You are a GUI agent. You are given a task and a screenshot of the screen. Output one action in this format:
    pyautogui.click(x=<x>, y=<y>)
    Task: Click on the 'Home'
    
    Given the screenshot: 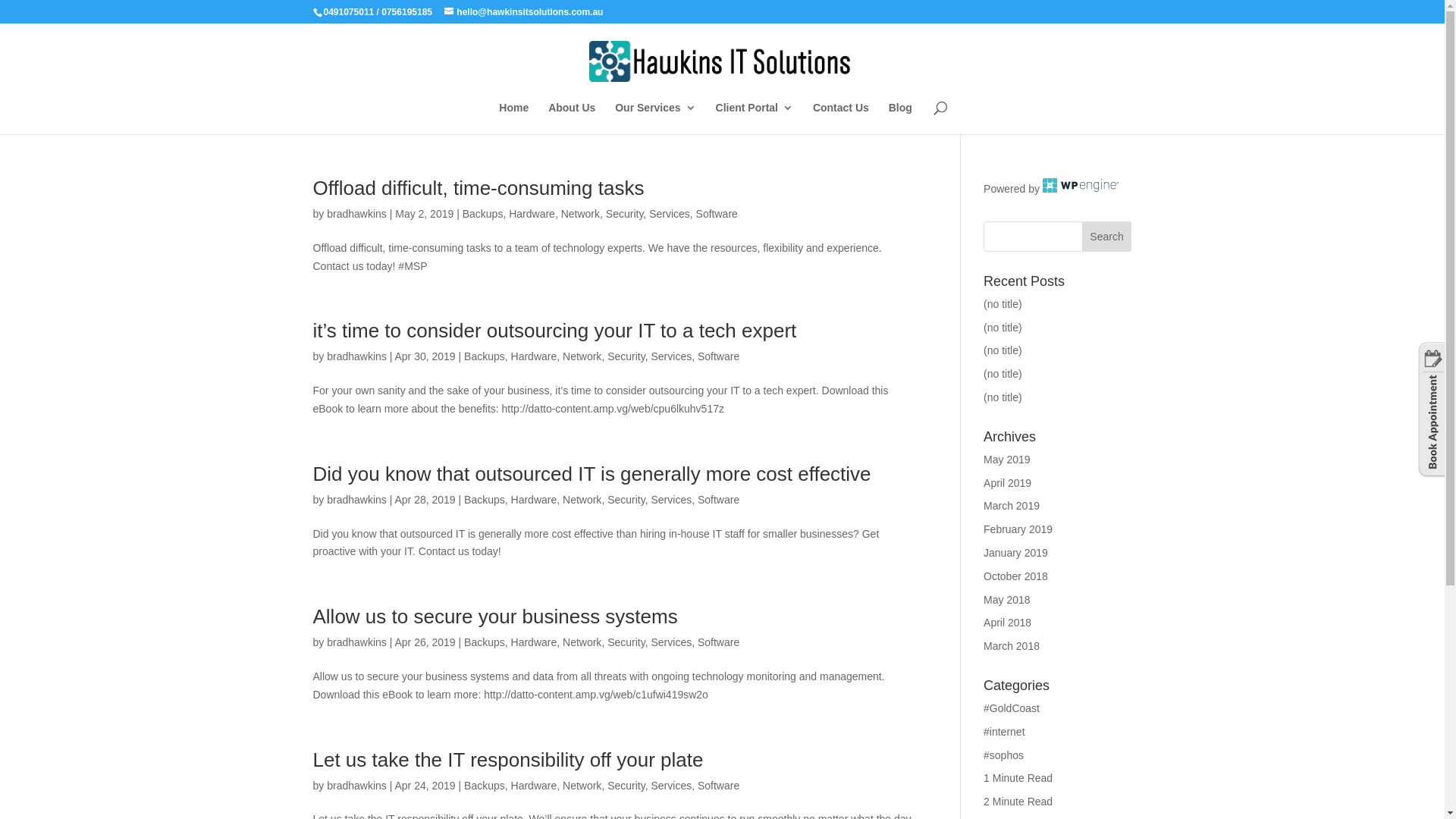 What is the action you would take?
    pyautogui.click(x=513, y=117)
    